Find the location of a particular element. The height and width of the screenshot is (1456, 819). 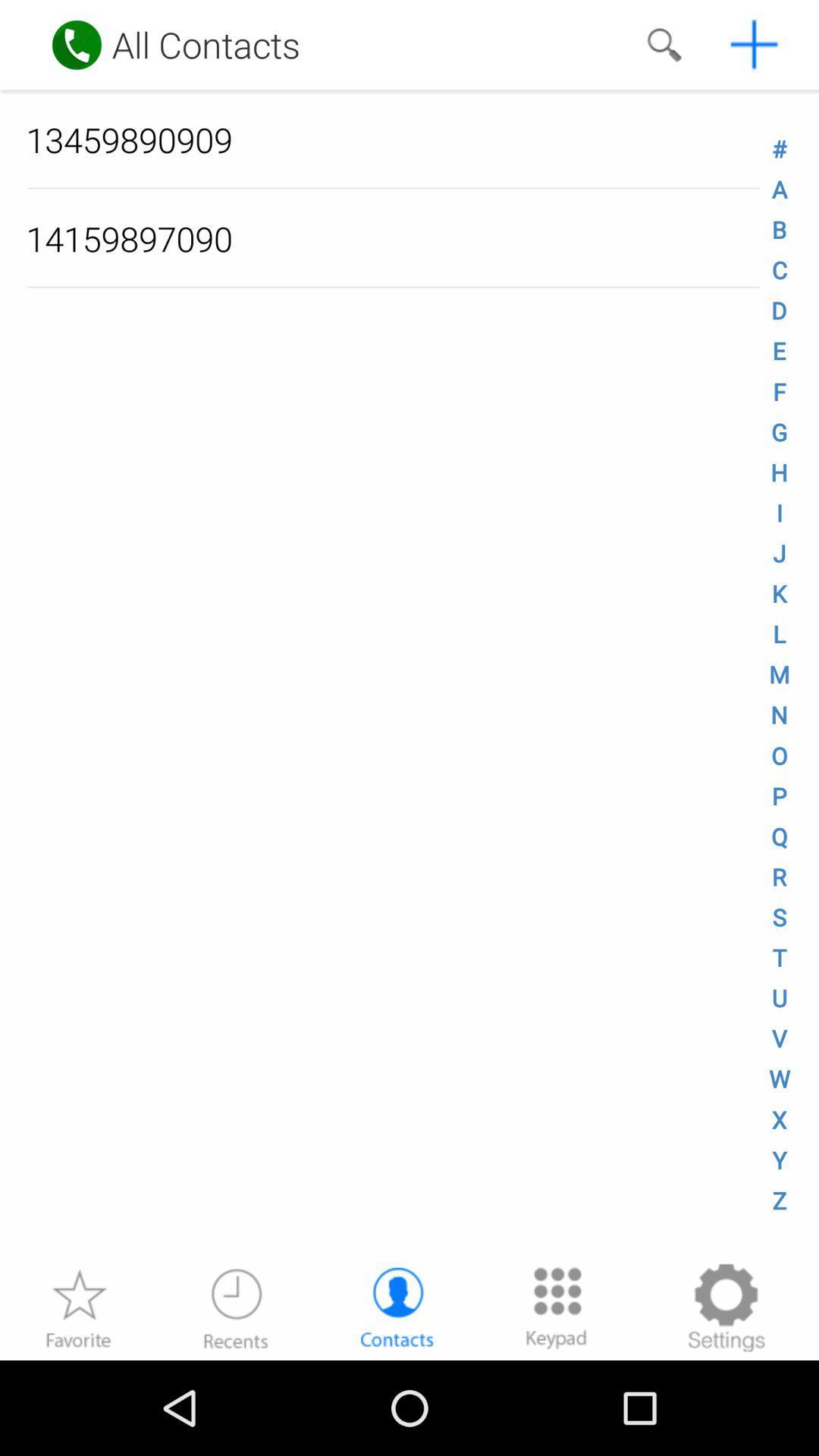

contacts is located at coordinates (397, 1307).